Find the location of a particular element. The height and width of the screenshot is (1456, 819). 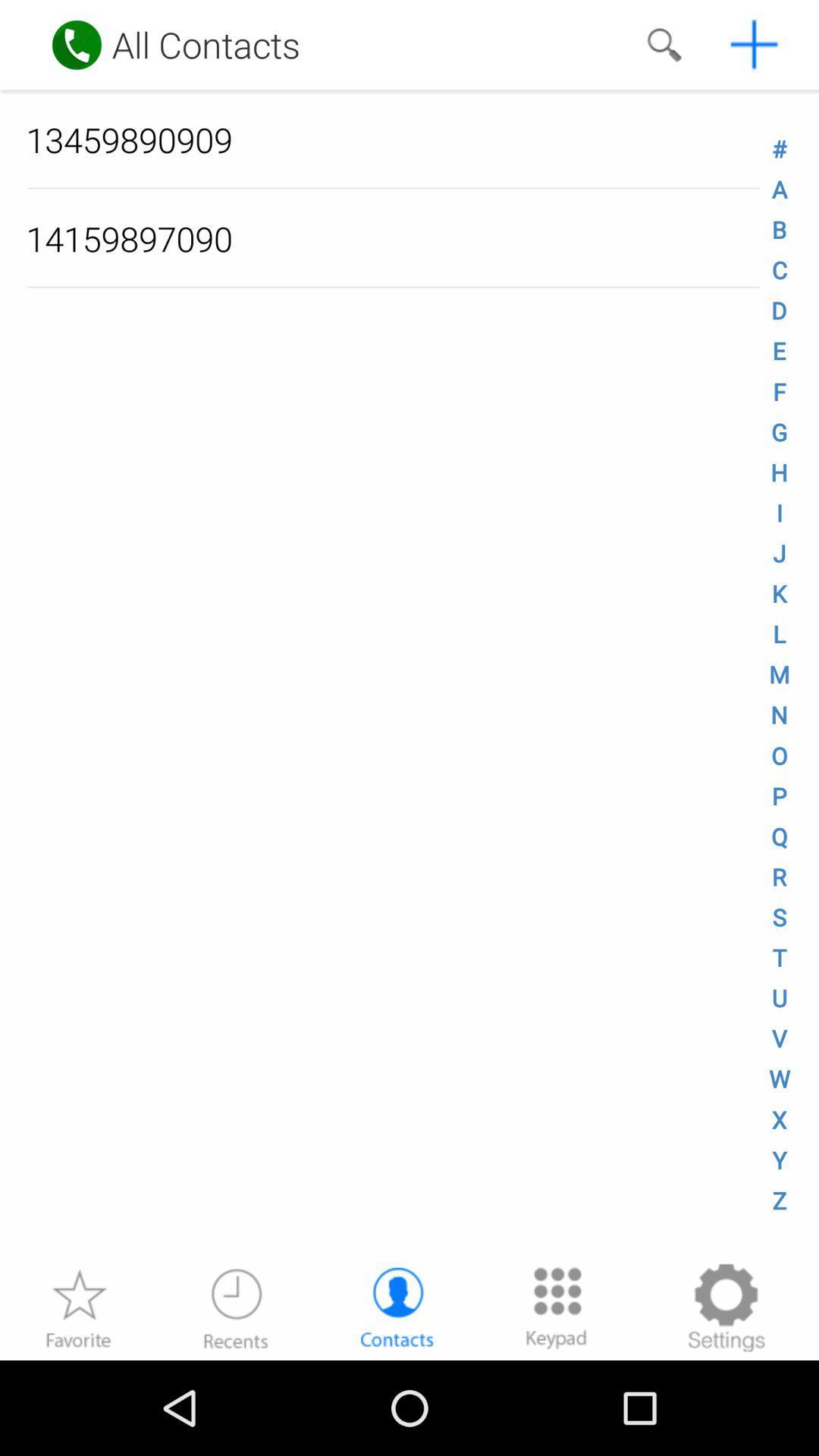

contacts is located at coordinates (397, 1307).